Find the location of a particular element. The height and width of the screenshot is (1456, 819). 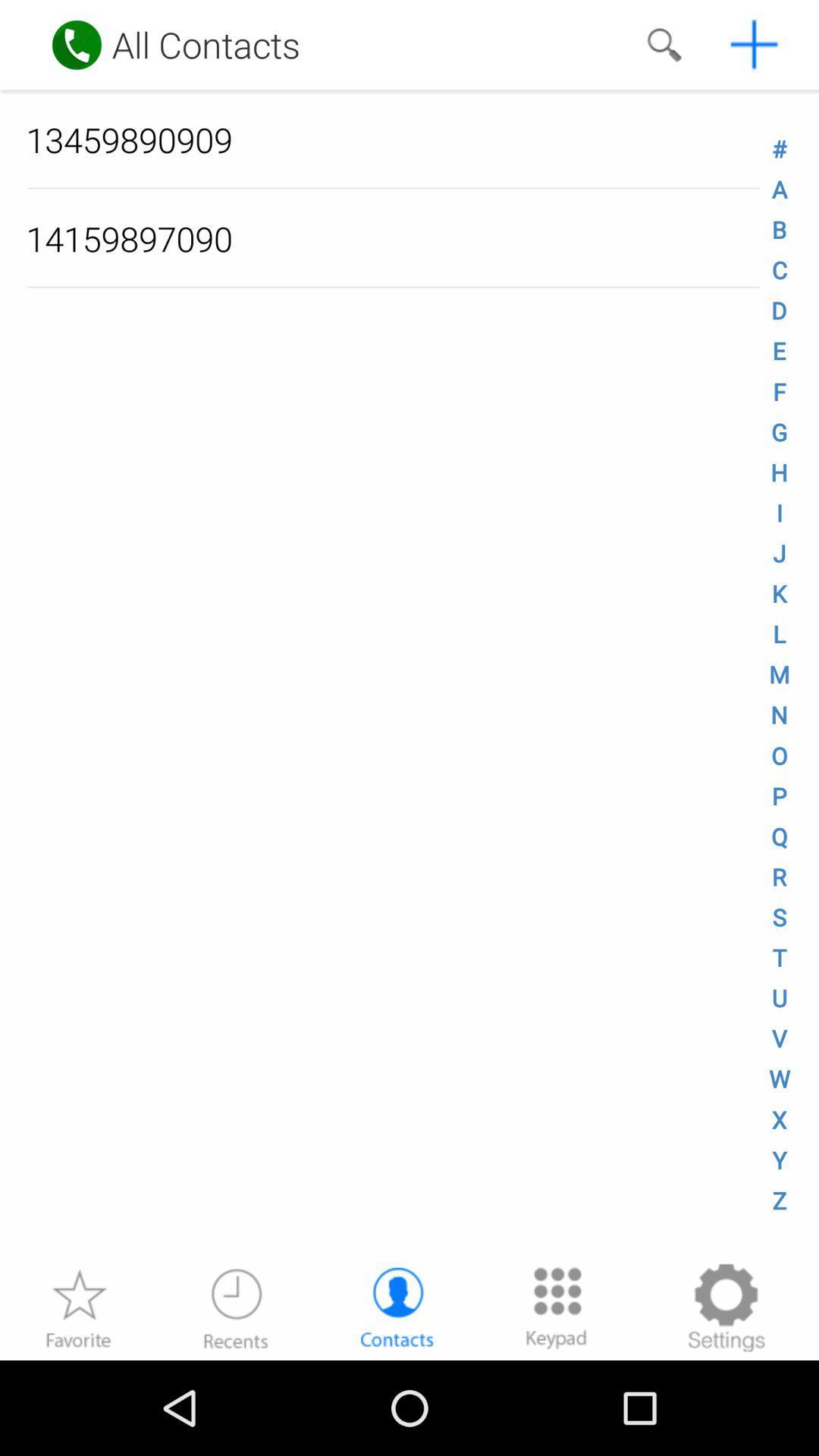

contacts is located at coordinates (397, 1307).